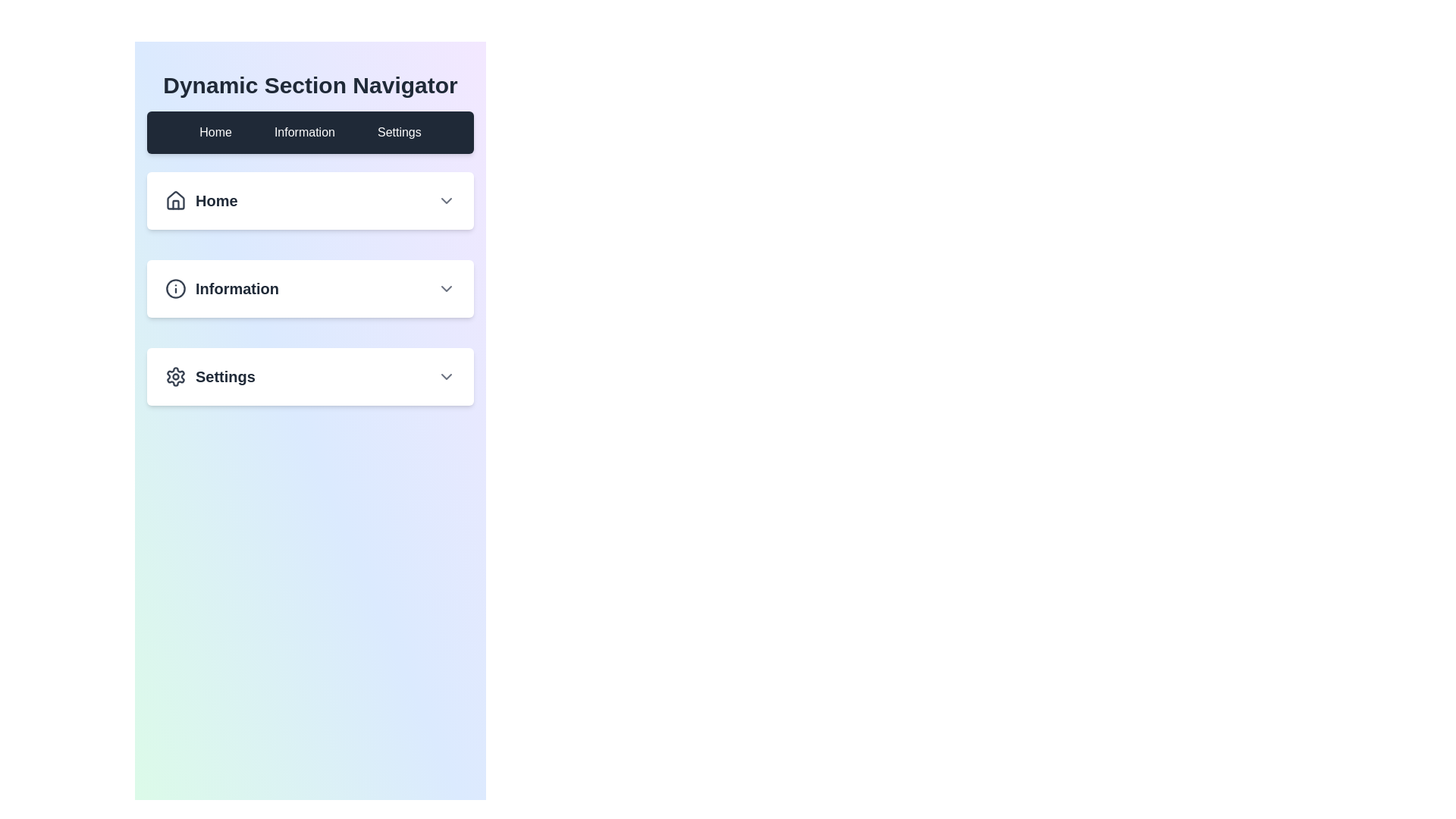 The height and width of the screenshot is (819, 1456). I want to click on the bold 'Information' text label located to the right of the information icon in the second section of the navigation pane, so click(236, 289).